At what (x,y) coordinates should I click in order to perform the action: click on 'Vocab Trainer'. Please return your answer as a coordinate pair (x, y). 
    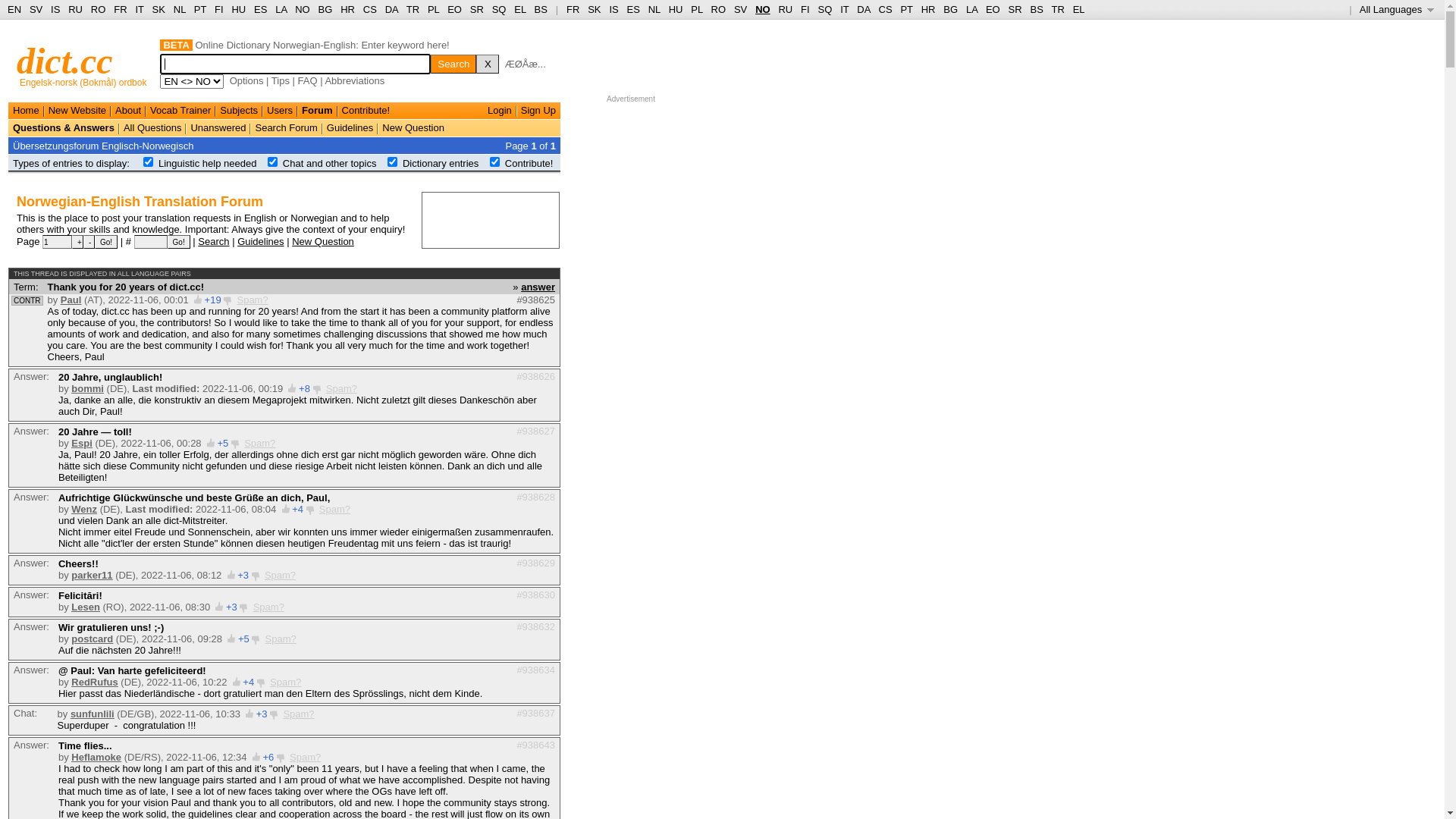
    Looking at the image, I should click on (180, 109).